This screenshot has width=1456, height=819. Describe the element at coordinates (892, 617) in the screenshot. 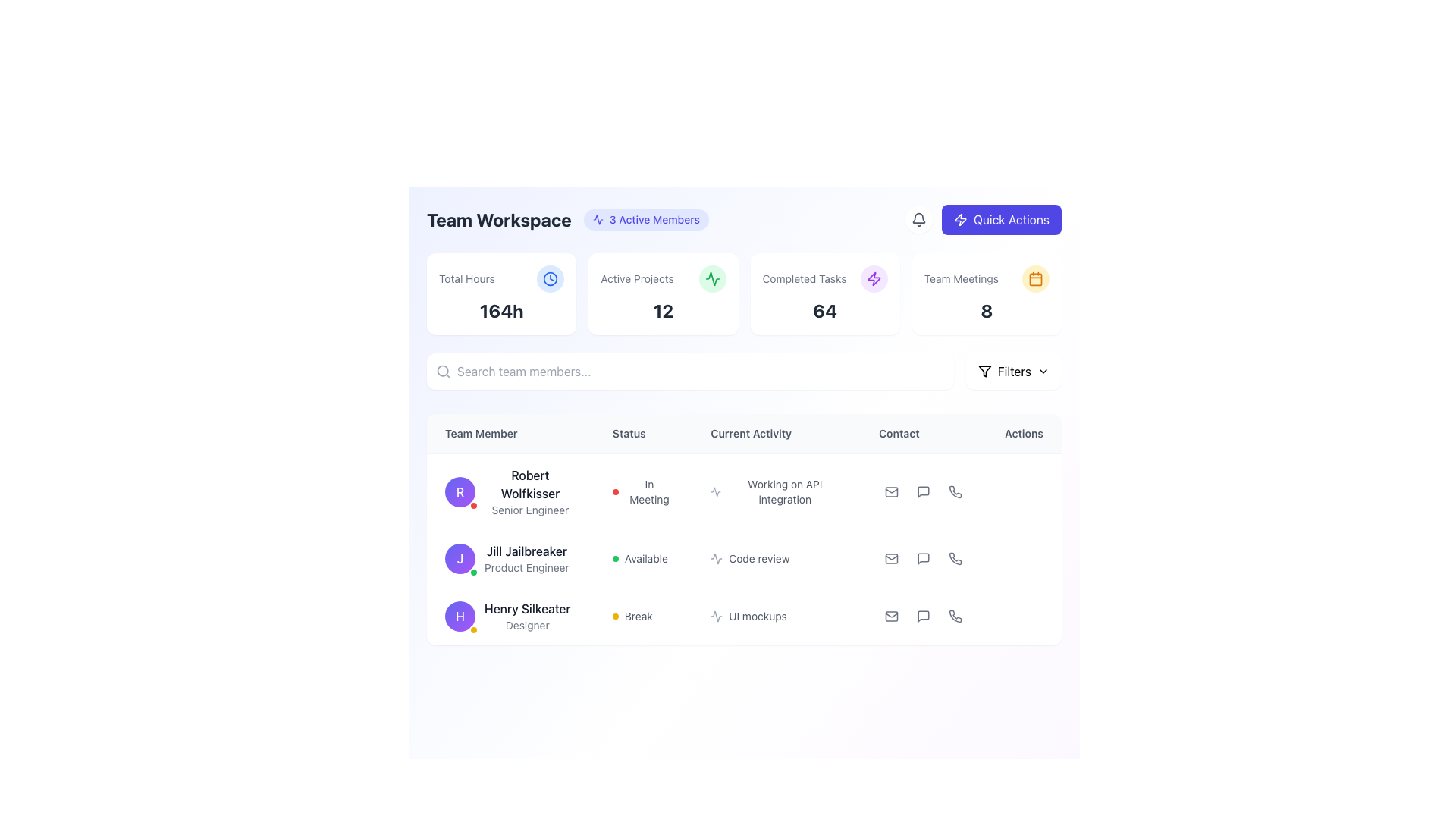

I see `the email button icon for Henry Silkeater, which is the first icon in the 'Contact' column of the third row in the table` at that location.